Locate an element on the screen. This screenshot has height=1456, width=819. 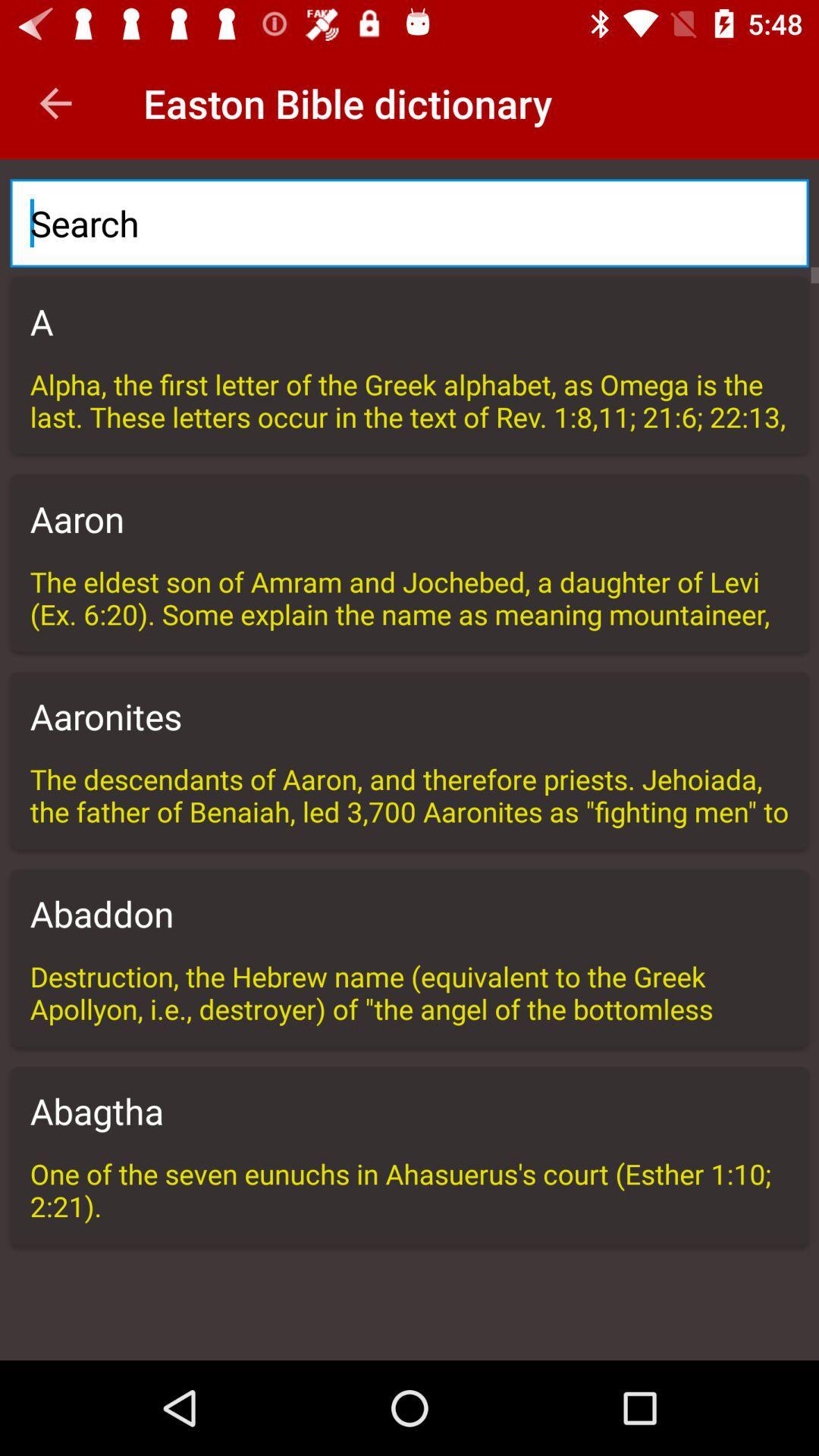
go back is located at coordinates (55, 102).